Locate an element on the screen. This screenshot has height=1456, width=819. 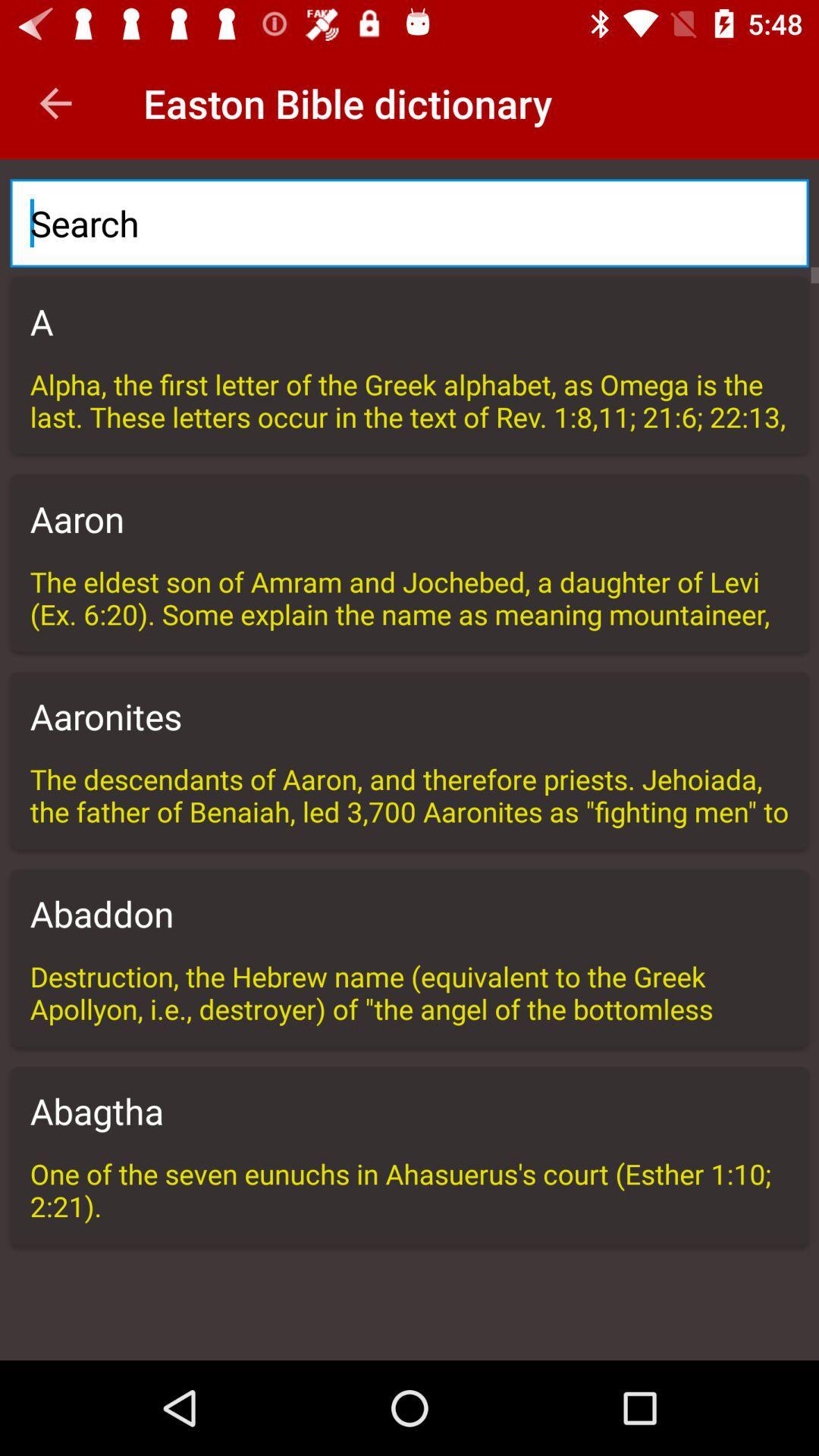
go back is located at coordinates (55, 102).